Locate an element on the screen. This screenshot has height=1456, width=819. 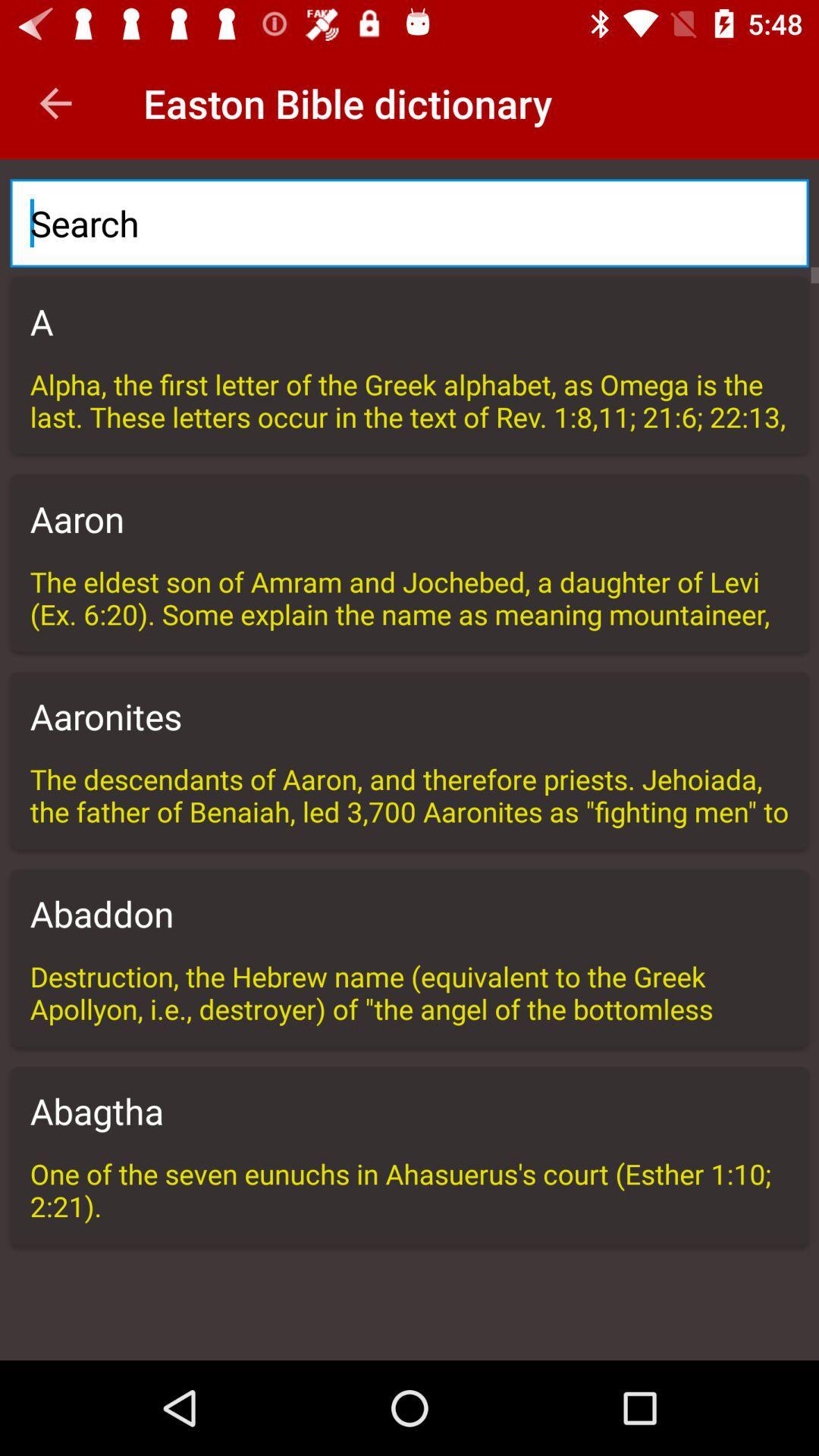
go back is located at coordinates (55, 102).